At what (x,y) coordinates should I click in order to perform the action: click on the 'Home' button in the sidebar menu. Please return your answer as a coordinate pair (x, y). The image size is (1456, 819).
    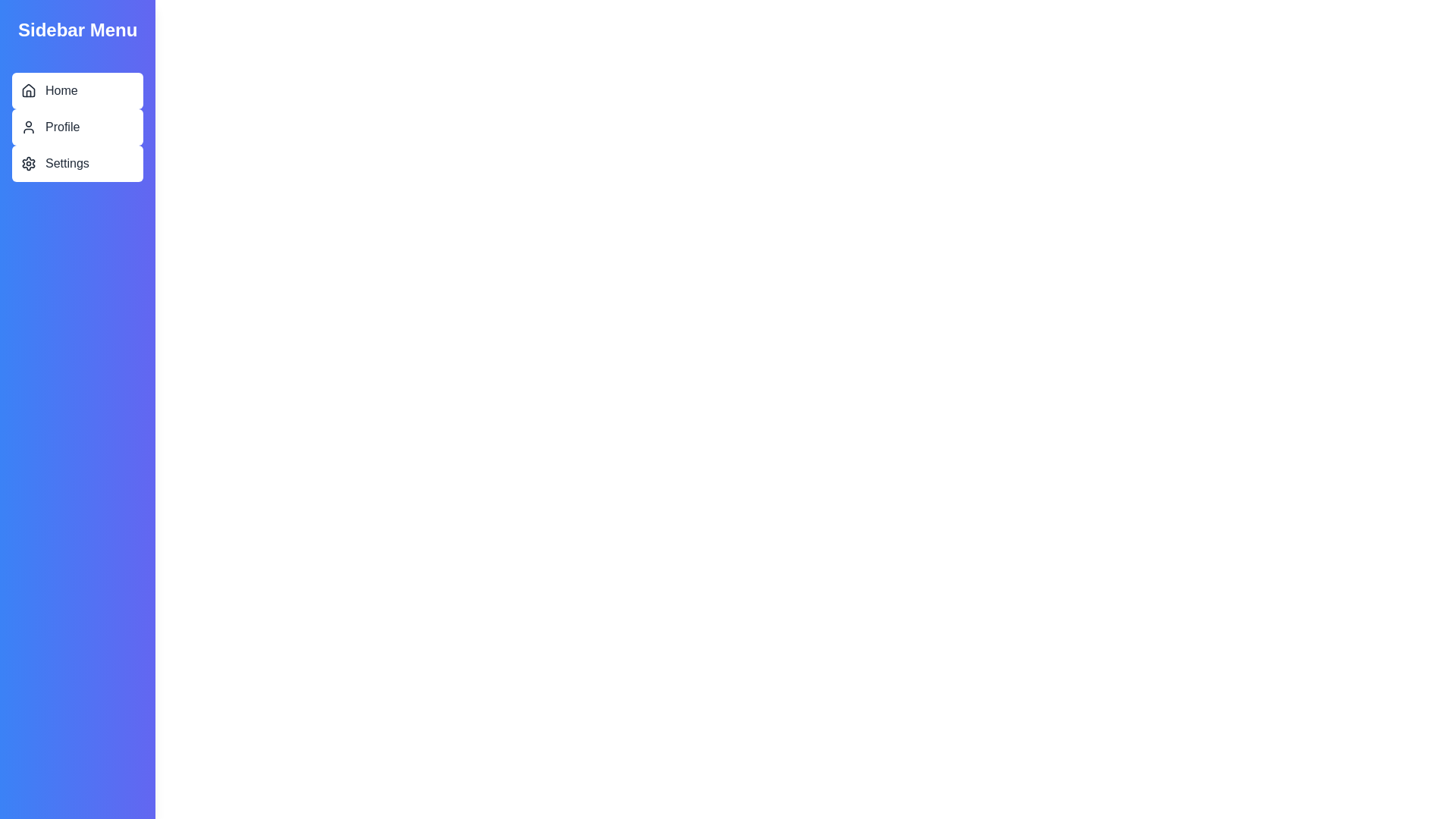
    Looking at the image, I should click on (77, 90).